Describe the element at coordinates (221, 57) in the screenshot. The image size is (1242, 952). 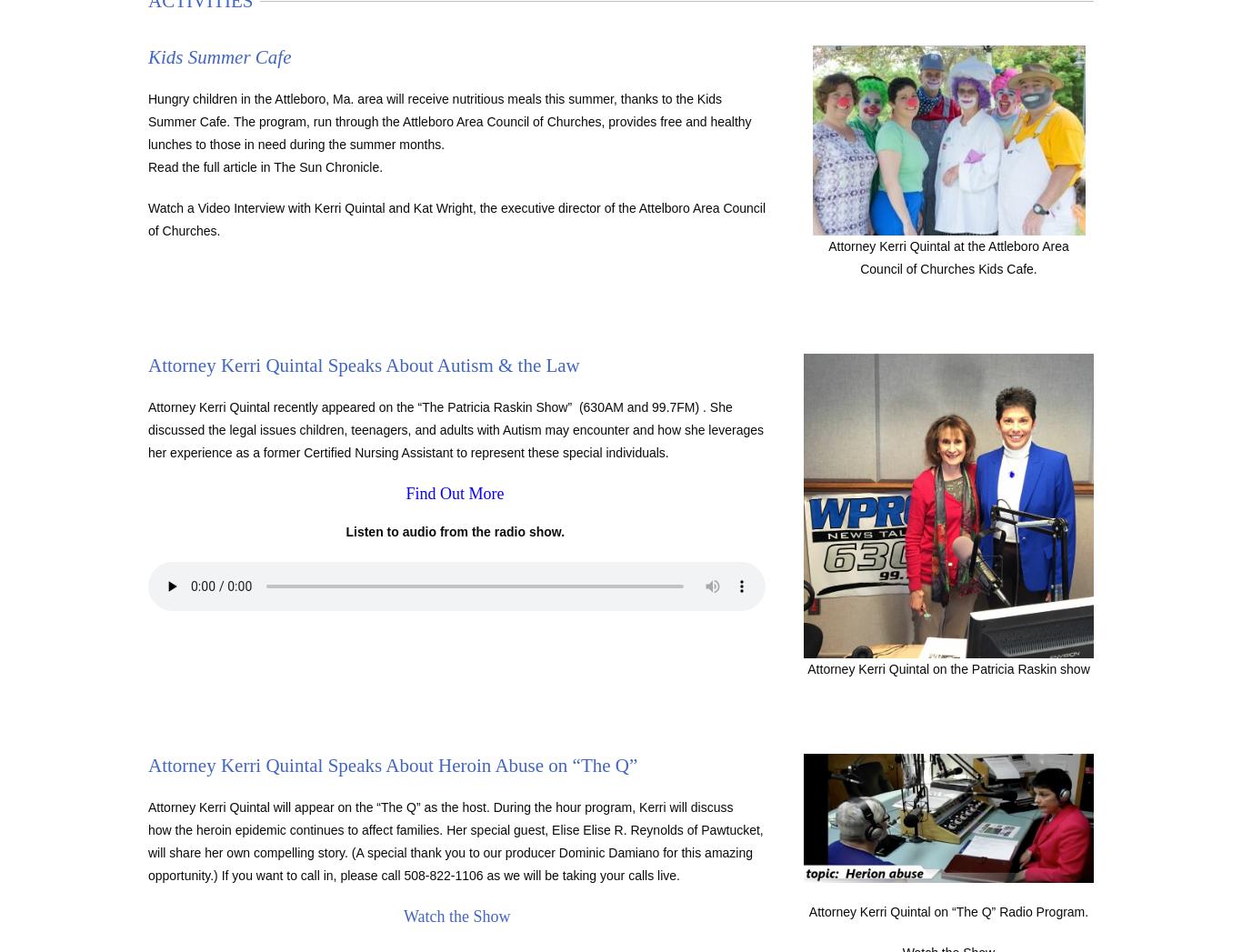
I see `'Kids Summer Cafe'` at that location.